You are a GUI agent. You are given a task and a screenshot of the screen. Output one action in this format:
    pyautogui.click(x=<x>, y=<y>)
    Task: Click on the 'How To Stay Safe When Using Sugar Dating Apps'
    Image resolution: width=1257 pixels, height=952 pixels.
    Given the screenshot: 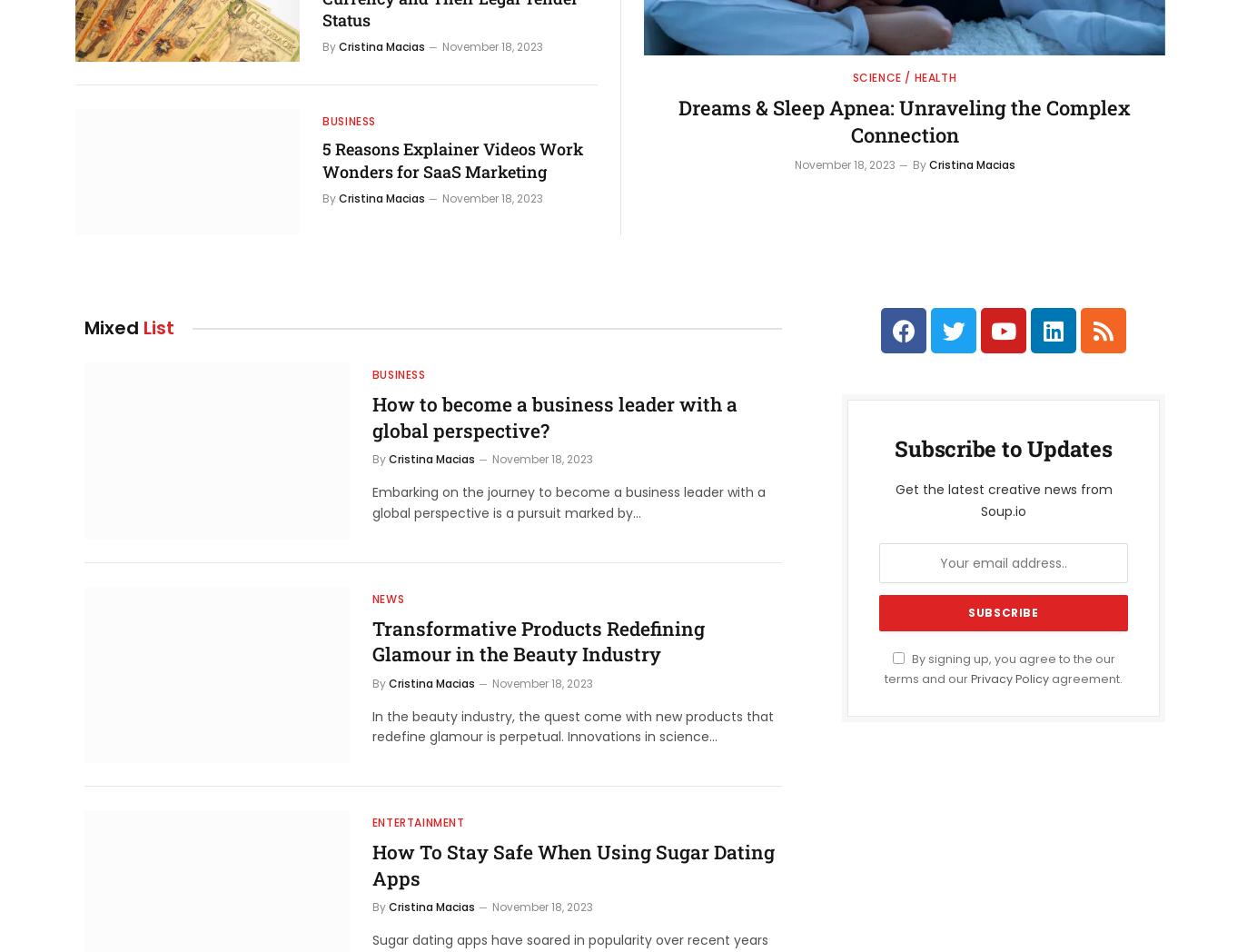 What is the action you would take?
    pyautogui.click(x=371, y=865)
    